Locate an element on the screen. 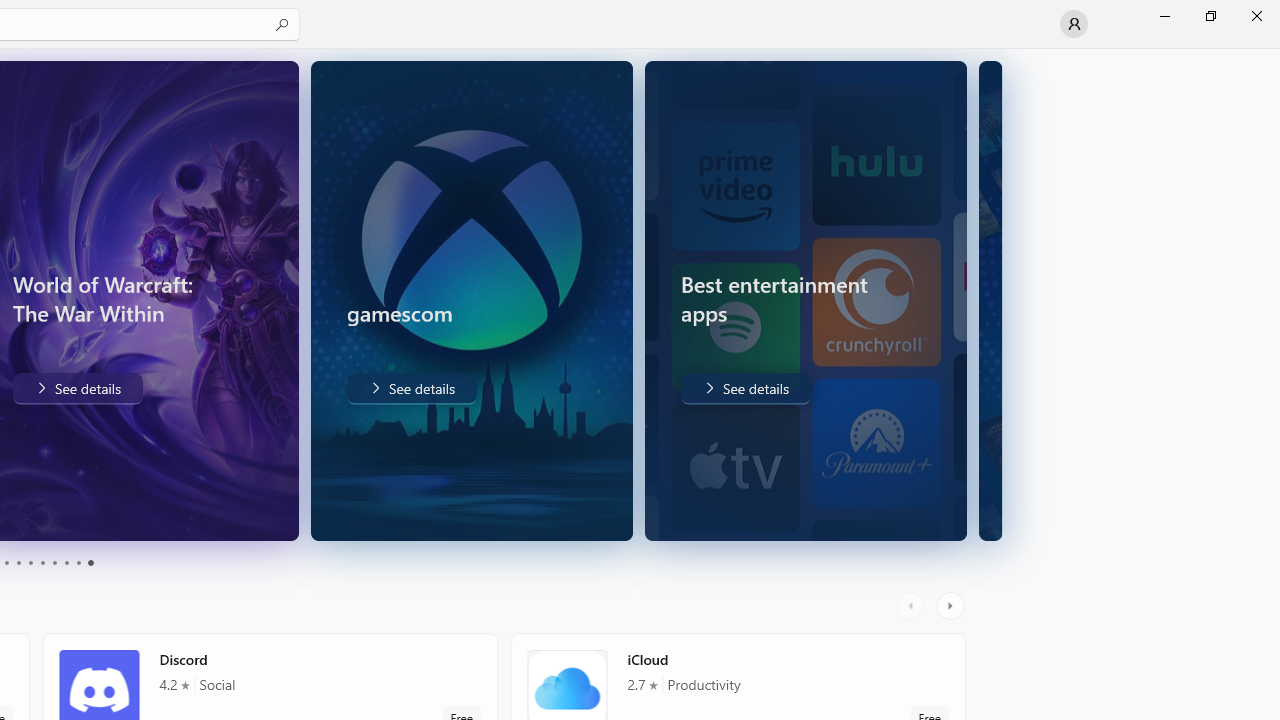 This screenshot has height=720, width=1280. 'Page 7' is located at coordinates (54, 563).